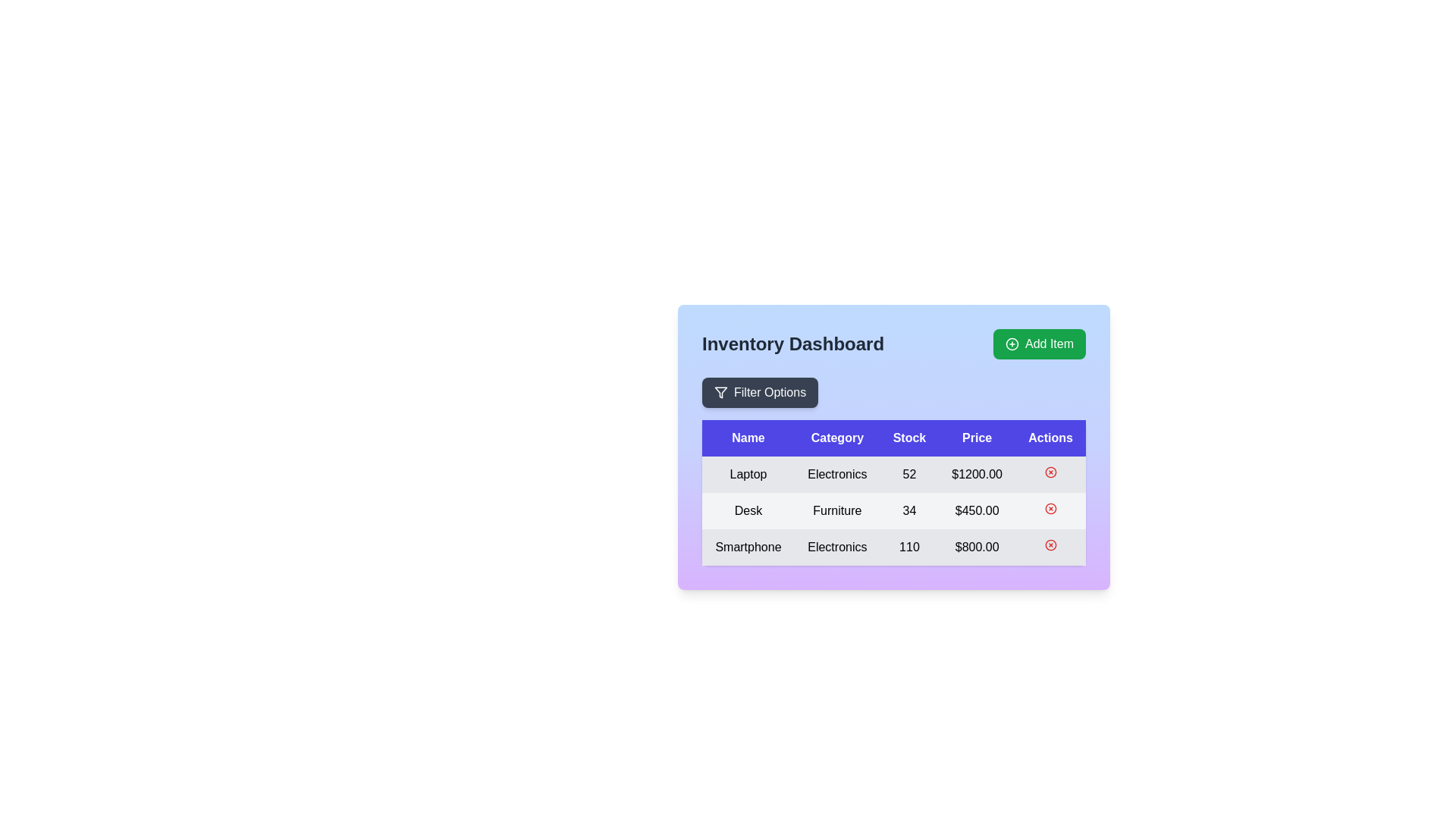 This screenshot has width=1456, height=819. What do you see at coordinates (720, 391) in the screenshot?
I see `the filter icon located within the 'Filter Options' button in the Inventory Dashboard header to observe its visual representation` at bounding box center [720, 391].